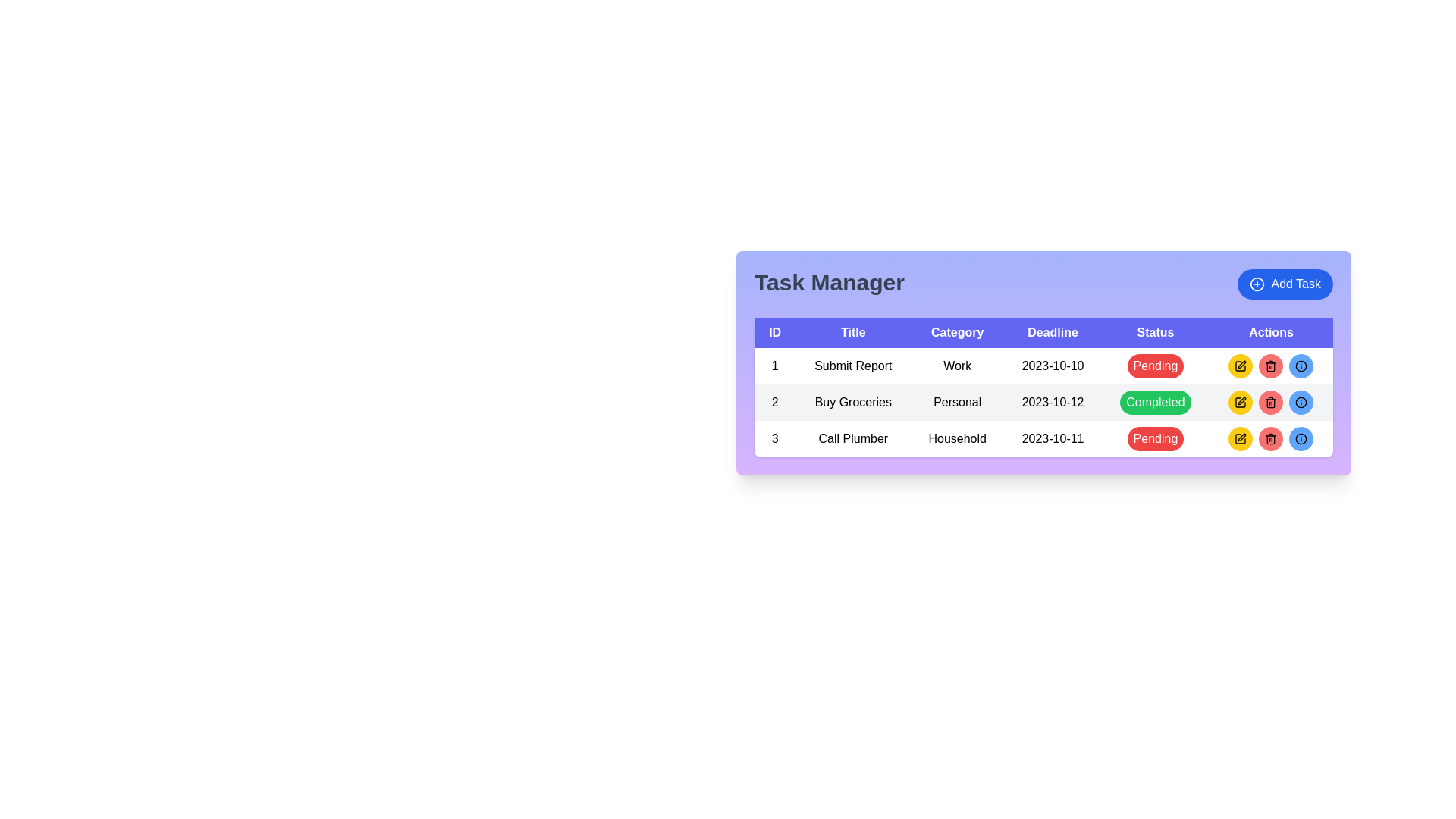  Describe the element at coordinates (1271, 366) in the screenshot. I see `the Trash Icon Button in the Actions column of the third row corresponding to the task 'Call Plumber'` at that location.